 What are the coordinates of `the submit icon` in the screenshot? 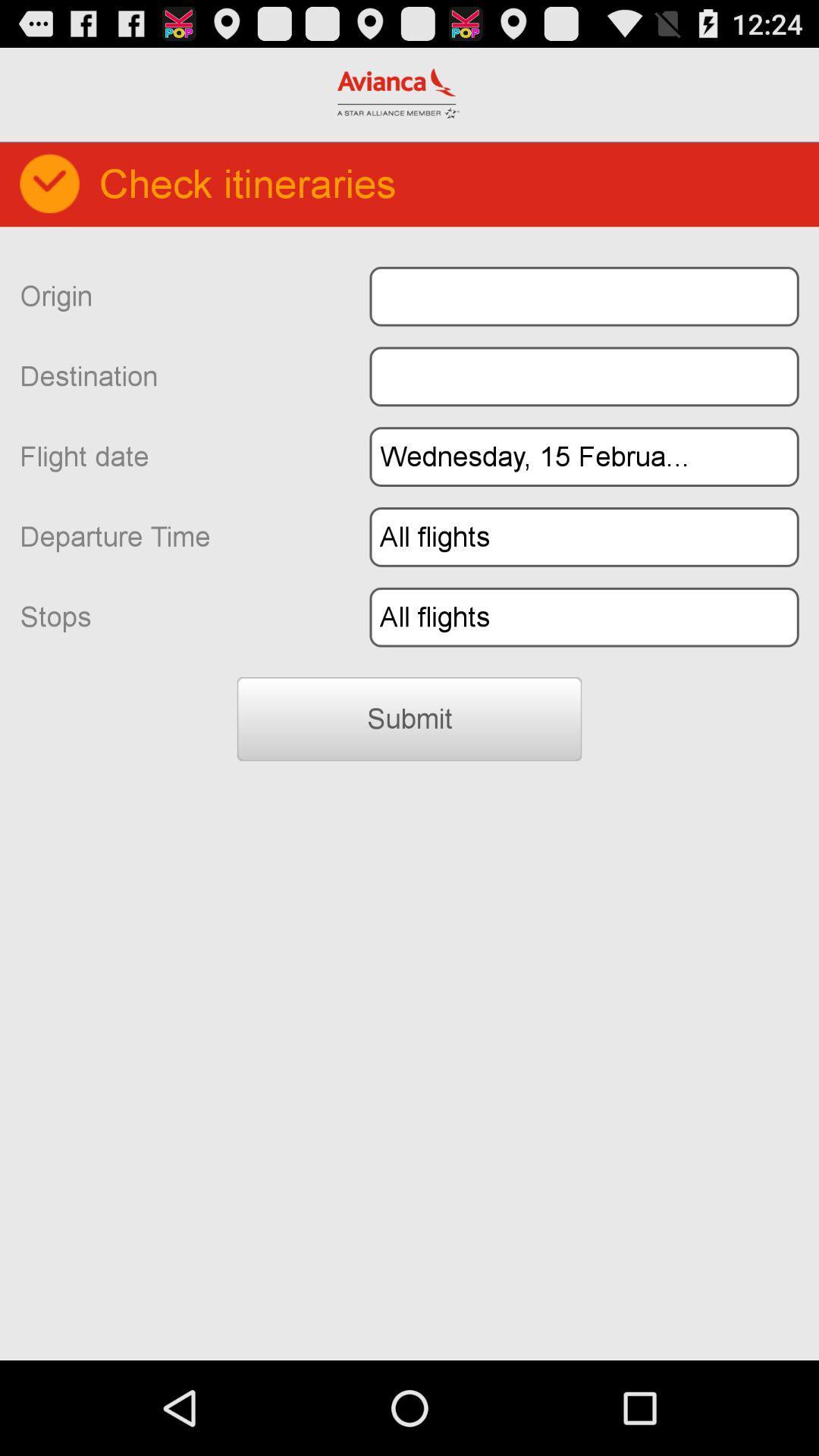 It's located at (409, 718).